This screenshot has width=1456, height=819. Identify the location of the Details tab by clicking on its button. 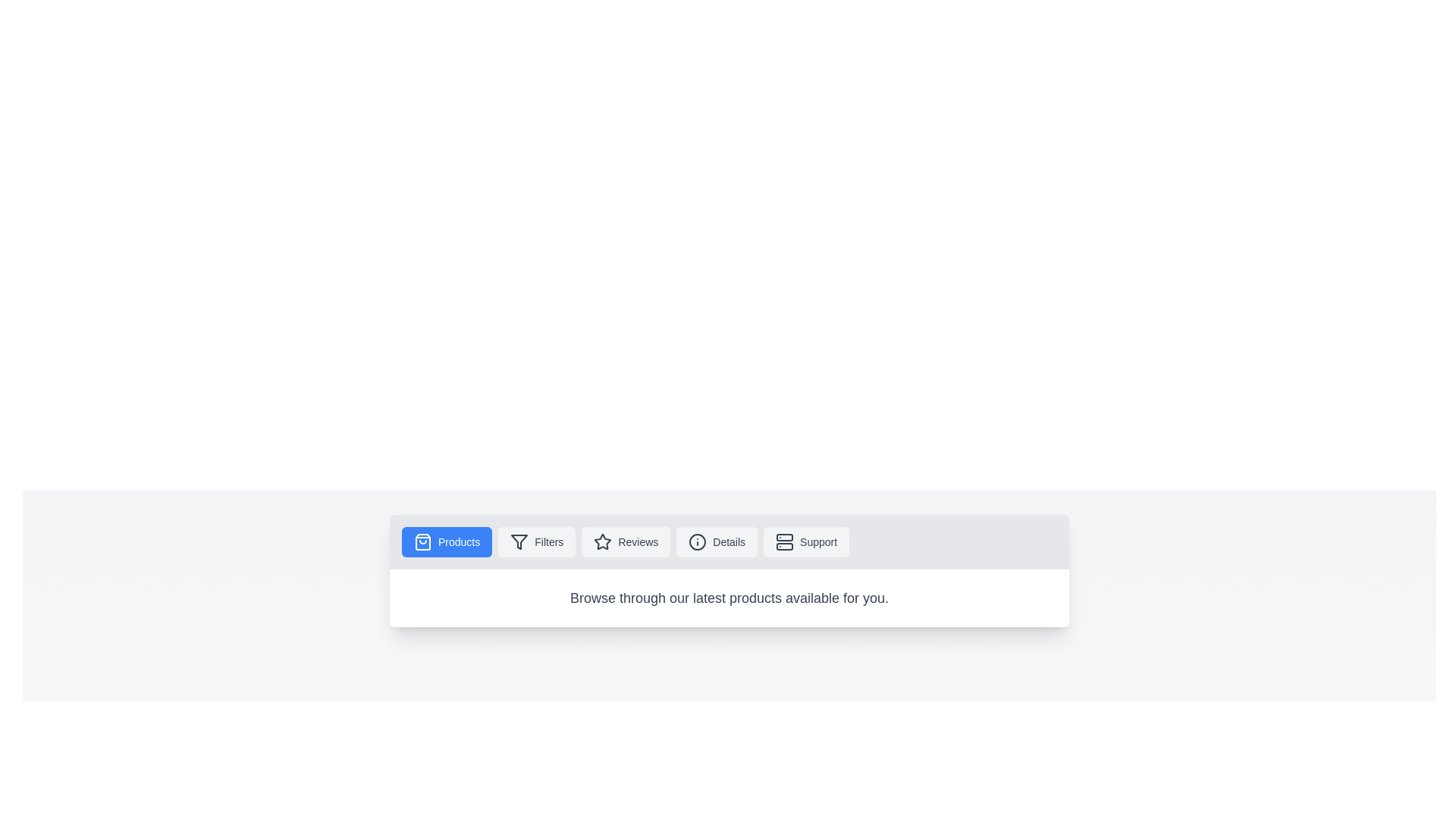
(716, 541).